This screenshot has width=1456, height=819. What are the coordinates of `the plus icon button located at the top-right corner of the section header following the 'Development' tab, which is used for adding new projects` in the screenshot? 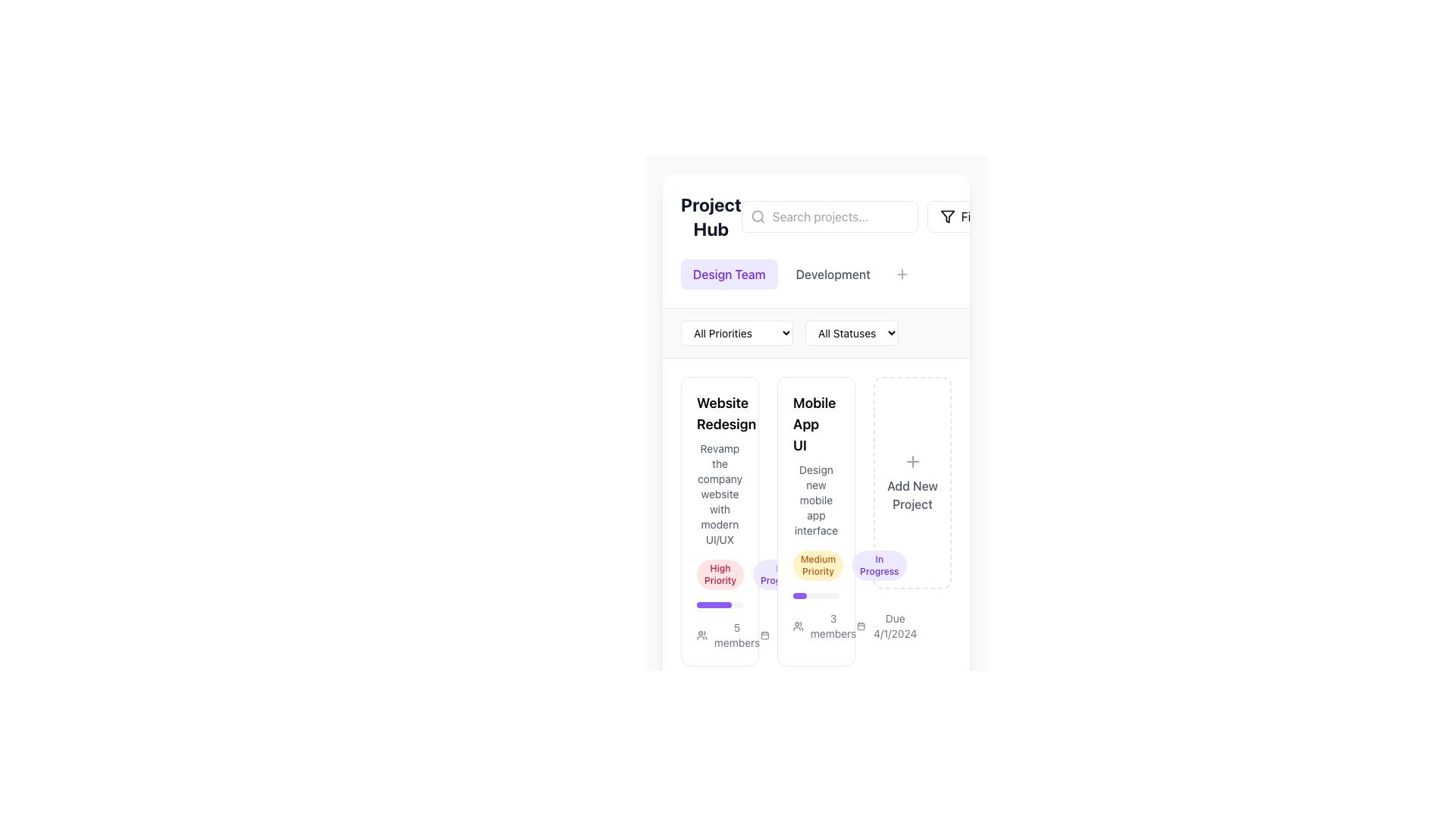 It's located at (902, 275).